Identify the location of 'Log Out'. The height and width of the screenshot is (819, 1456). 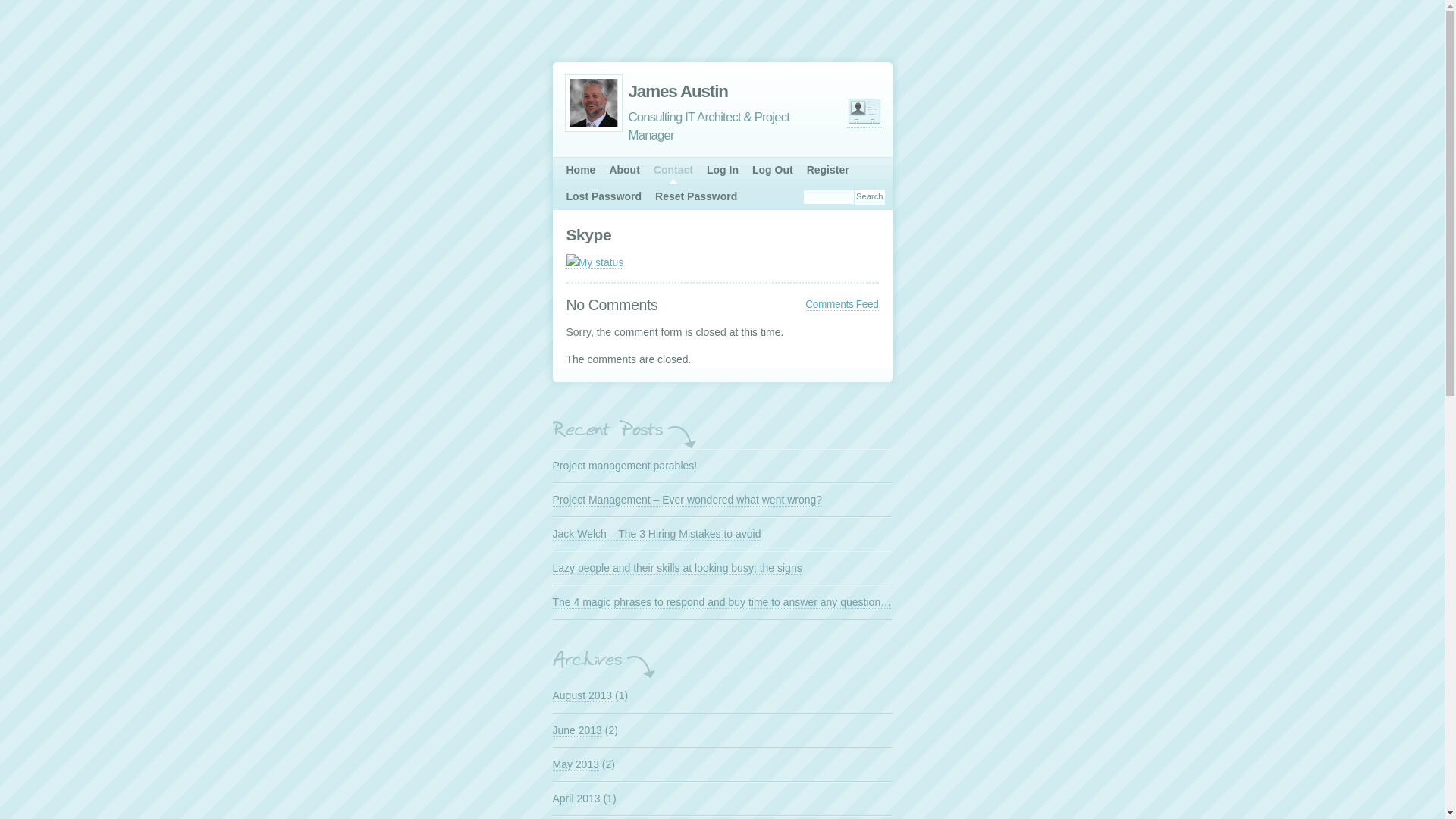
(772, 170).